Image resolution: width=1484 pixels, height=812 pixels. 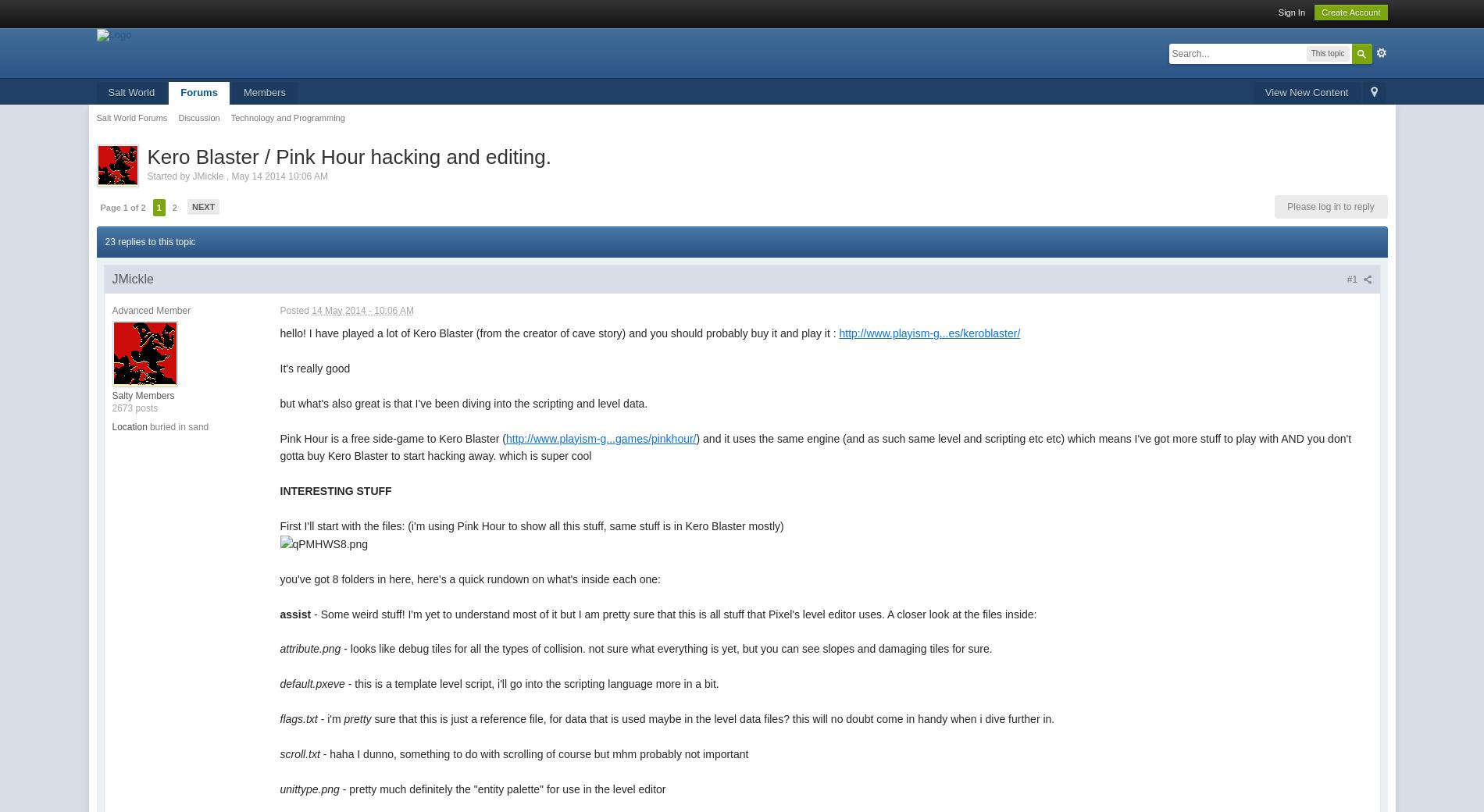 What do you see at coordinates (190, 205) in the screenshot?
I see `'Next'` at bounding box center [190, 205].